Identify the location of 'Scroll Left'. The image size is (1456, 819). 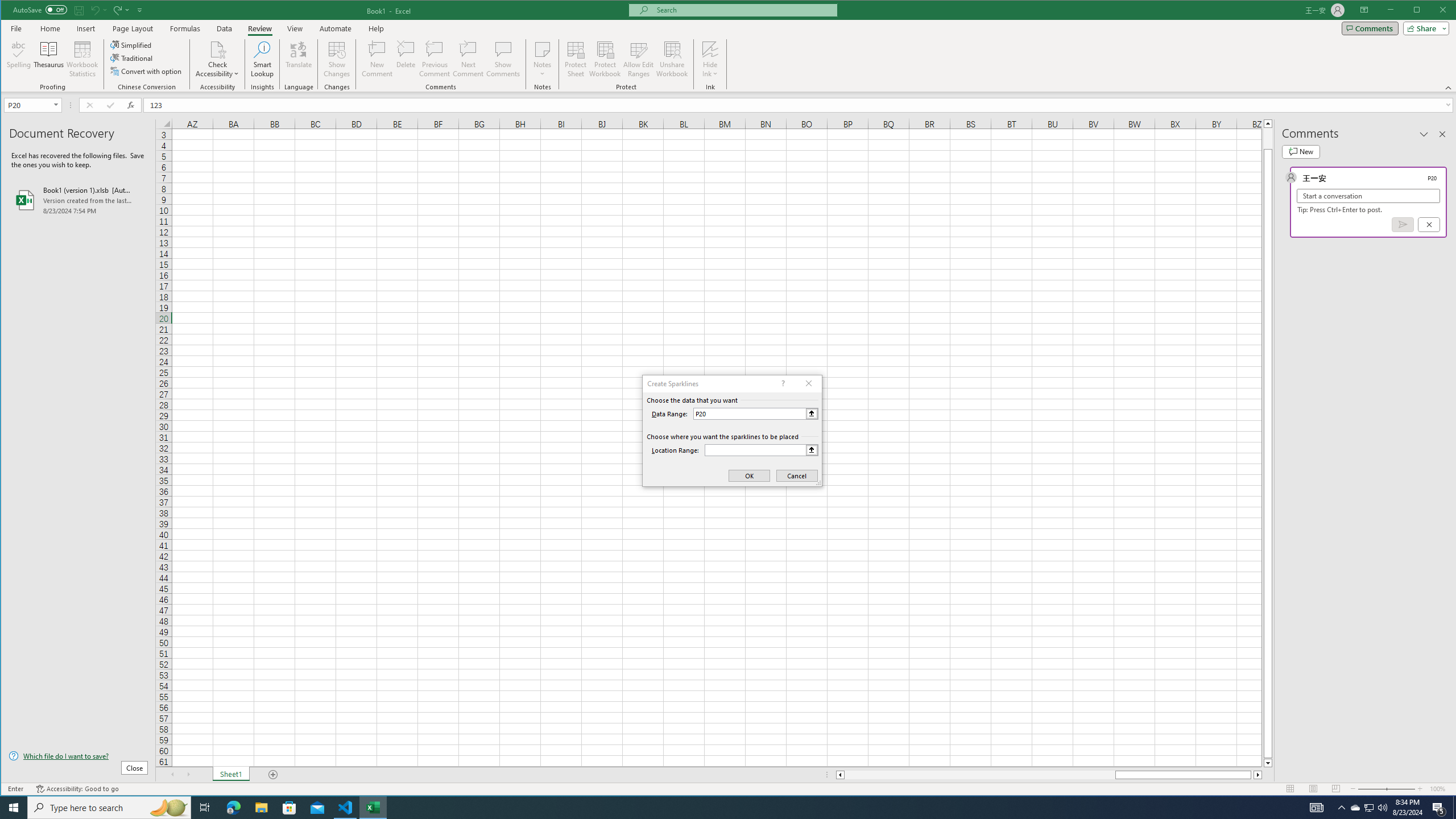
(172, 775).